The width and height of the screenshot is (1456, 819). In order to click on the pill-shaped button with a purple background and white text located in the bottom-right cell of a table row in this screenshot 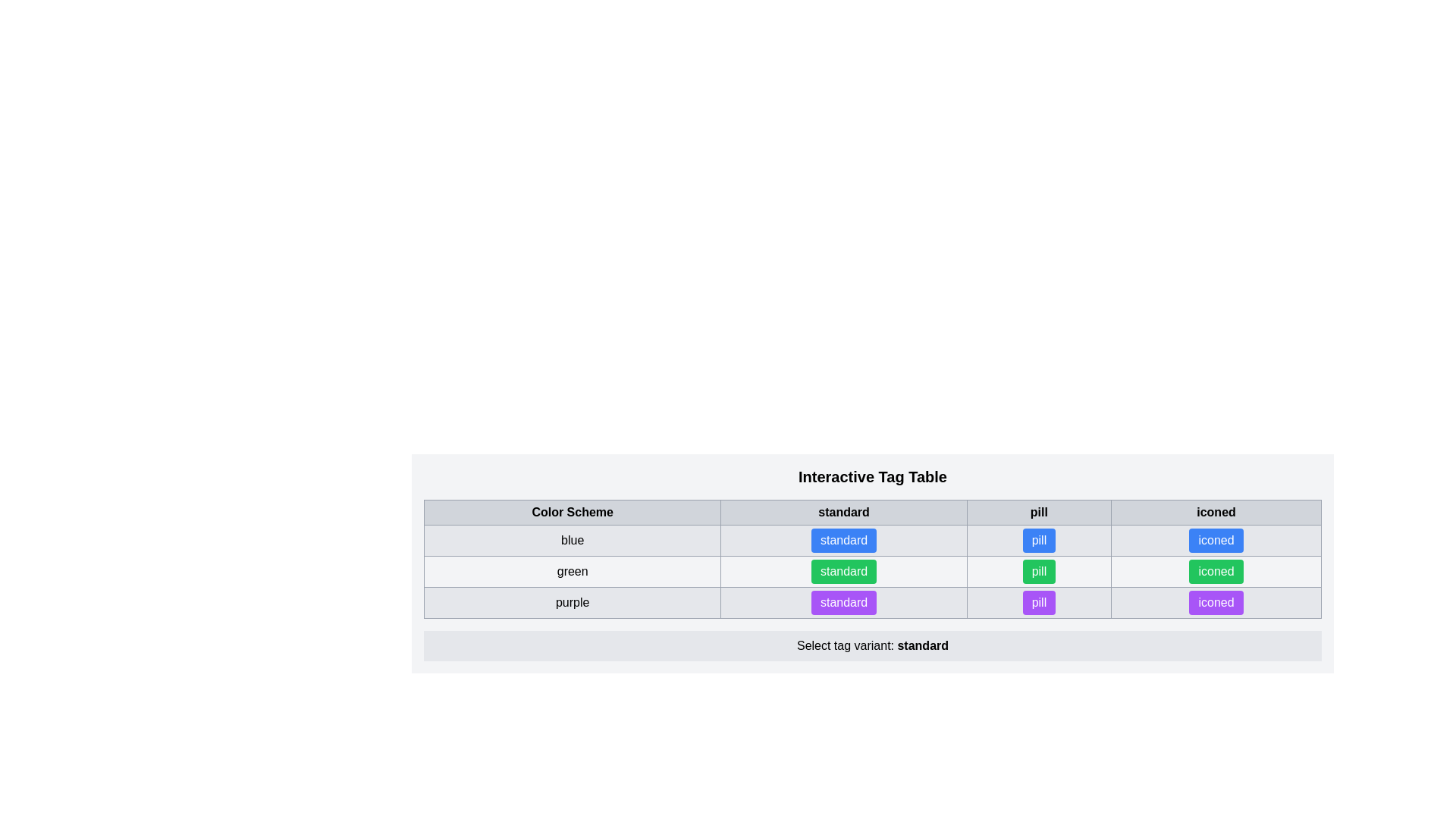, I will do `click(1038, 601)`.